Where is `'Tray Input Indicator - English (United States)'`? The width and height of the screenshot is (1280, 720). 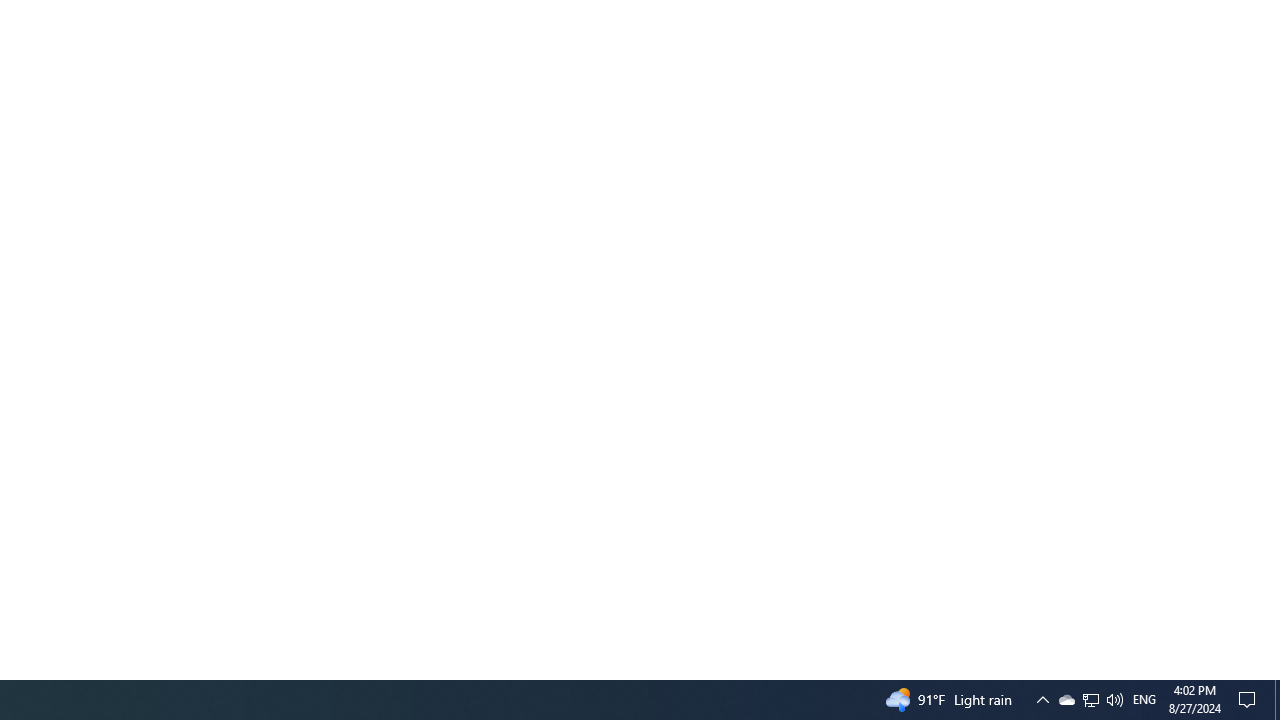 'Tray Input Indicator - English (United States)' is located at coordinates (1144, 698).